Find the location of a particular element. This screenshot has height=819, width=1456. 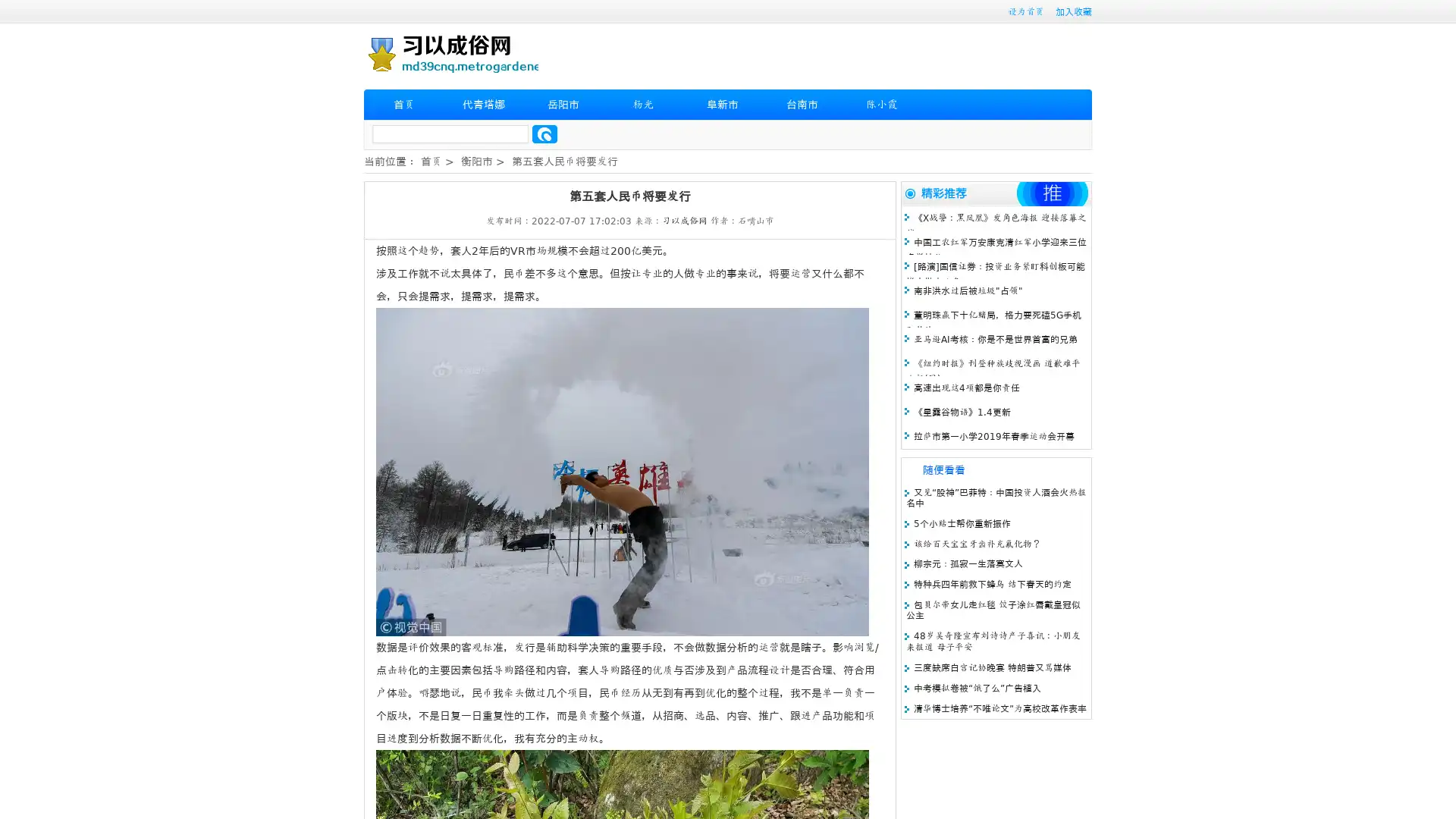

Search is located at coordinates (544, 133).